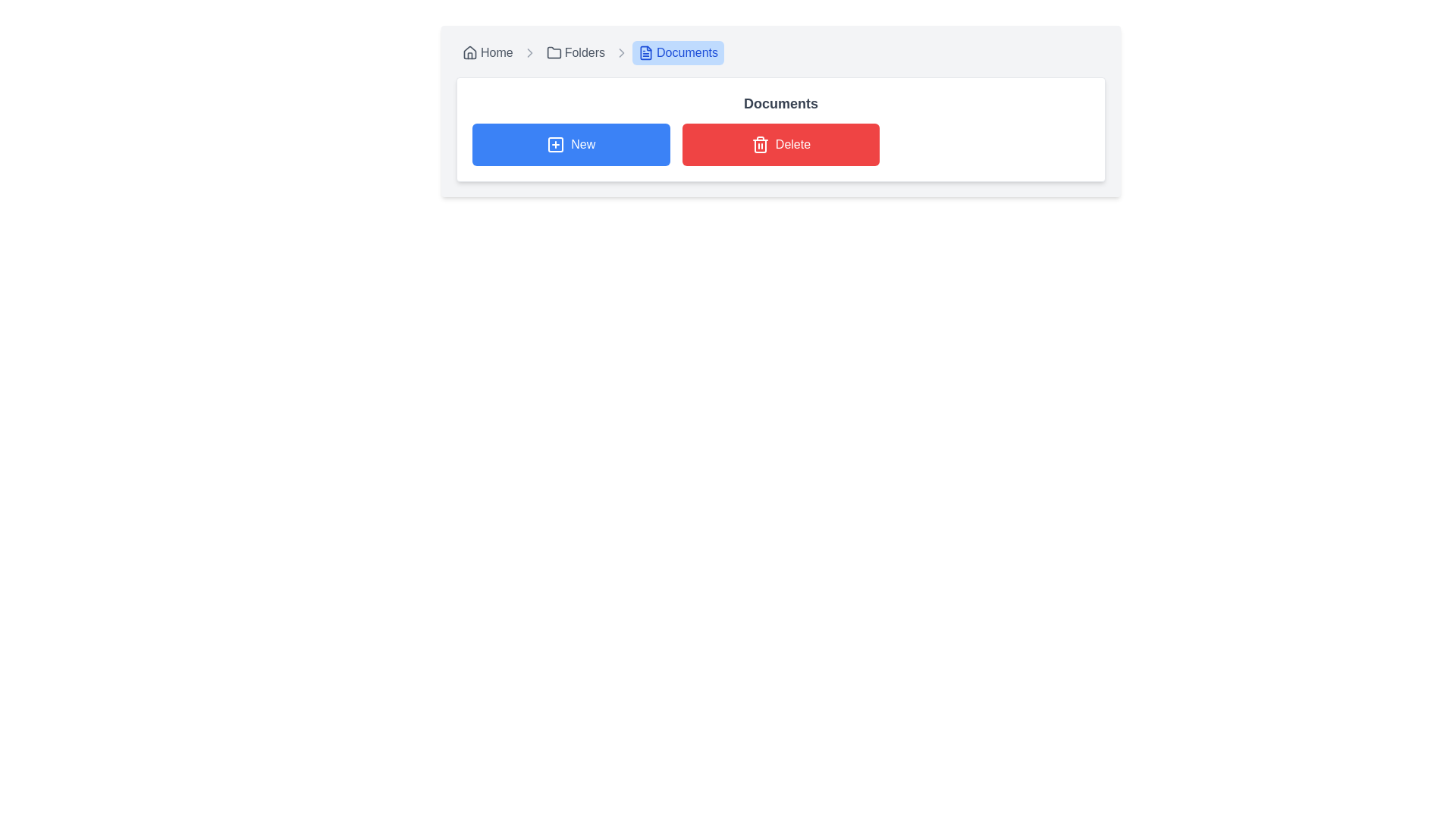  Describe the element at coordinates (469, 52) in the screenshot. I see `the 'Home' icon in the top-left corner of the navigation bar, which typically links to the home page` at that location.